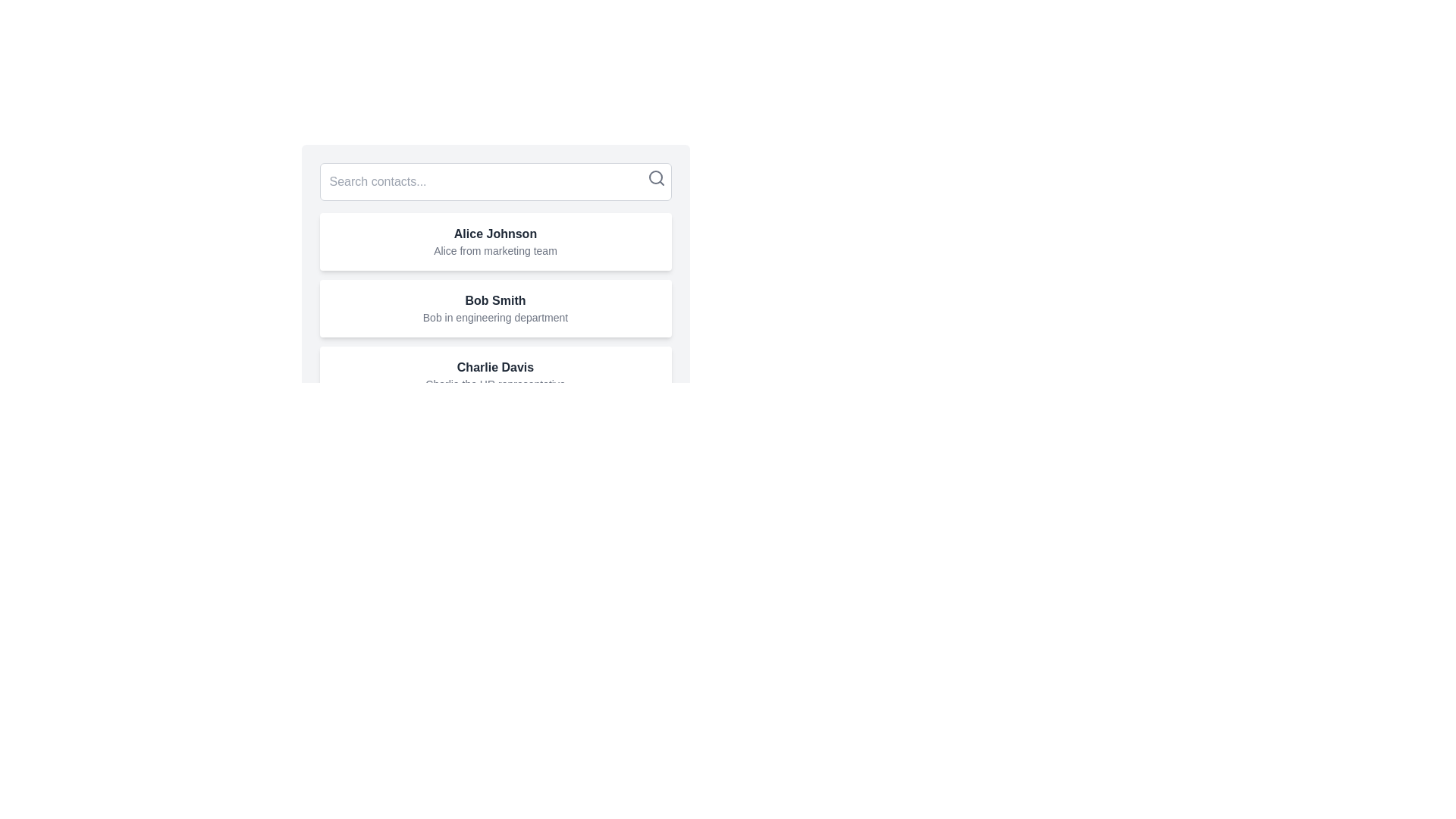  Describe the element at coordinates (495, 250) in the screenshot. I see `the small text string reading 'Alice from marketing team' styled in light gray, located directly below 'Alice Johnson' in the first card of the vertical list` at that location.